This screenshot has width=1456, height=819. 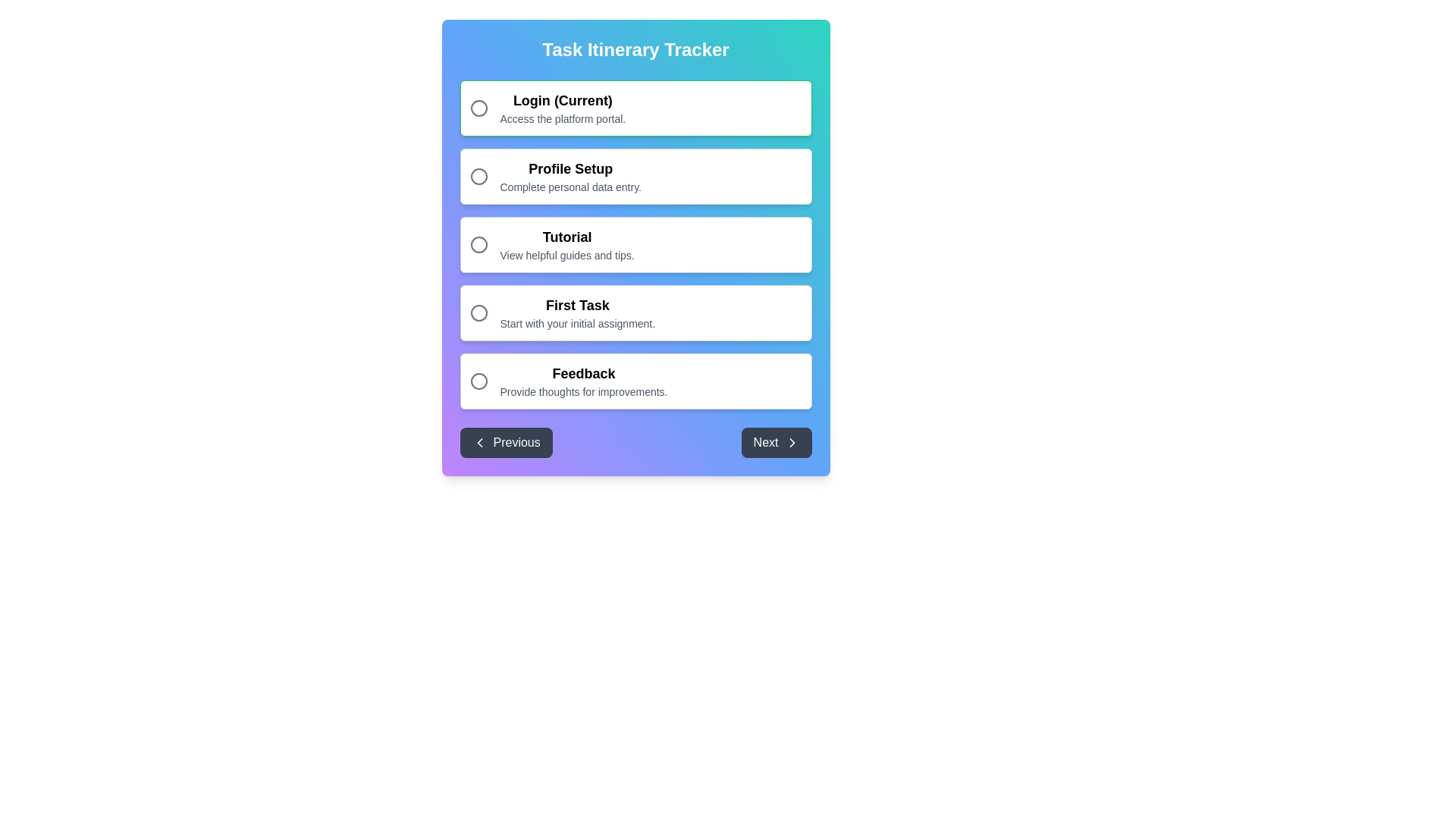 What do you see at coordinates (566, 237) in the screenshot?
I see `text label indicating the title 'Tutorial' located at the top of the third menu item in the vertical list labeled 'Task Itinerary Tracker'` at bounding box center [566, 237].